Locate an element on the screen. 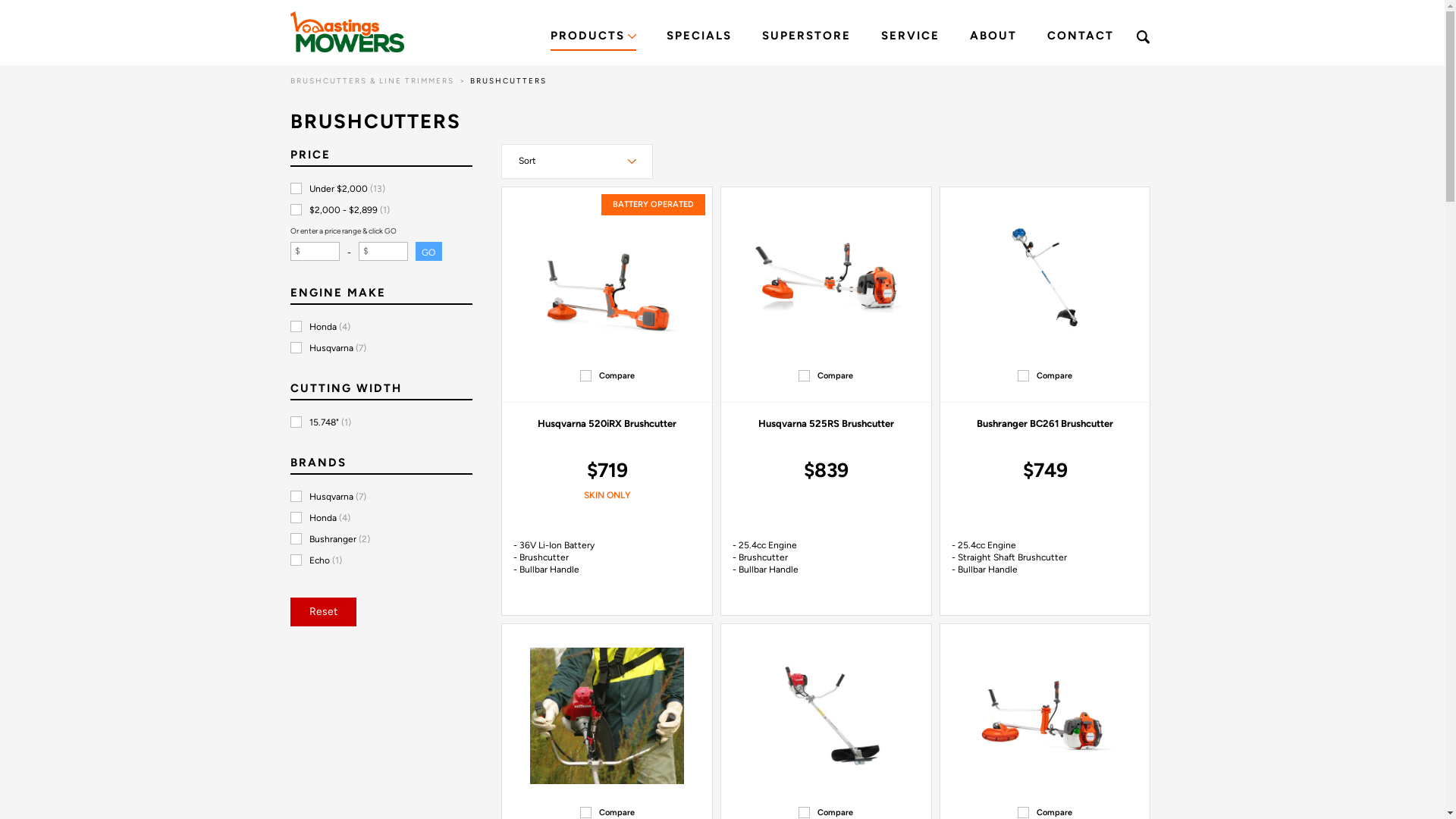  'Reset' is located at coordinates (322, 610).